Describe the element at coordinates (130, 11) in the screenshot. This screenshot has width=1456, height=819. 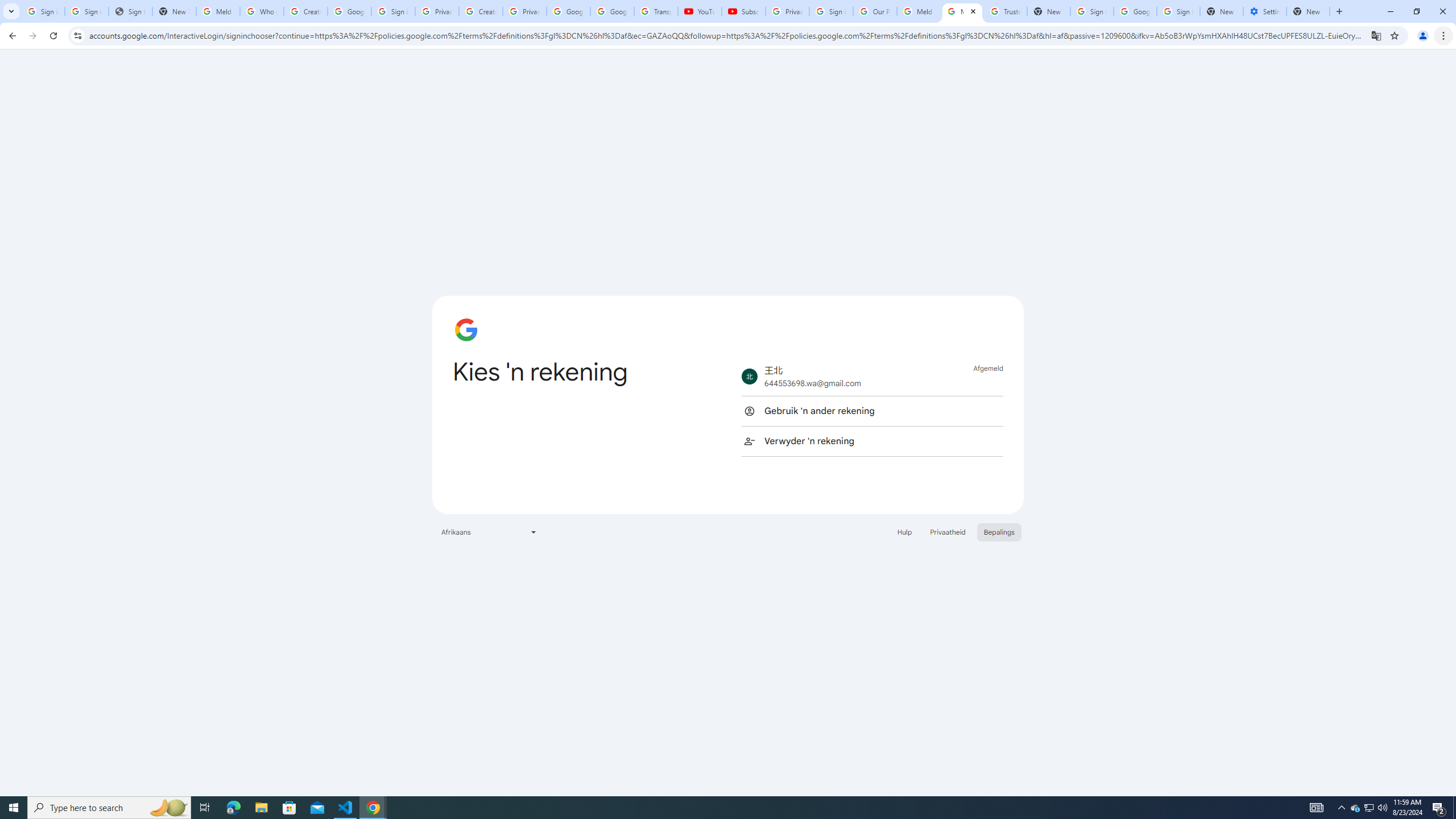
I see `'Sign In - USA TODAY'` at that location.